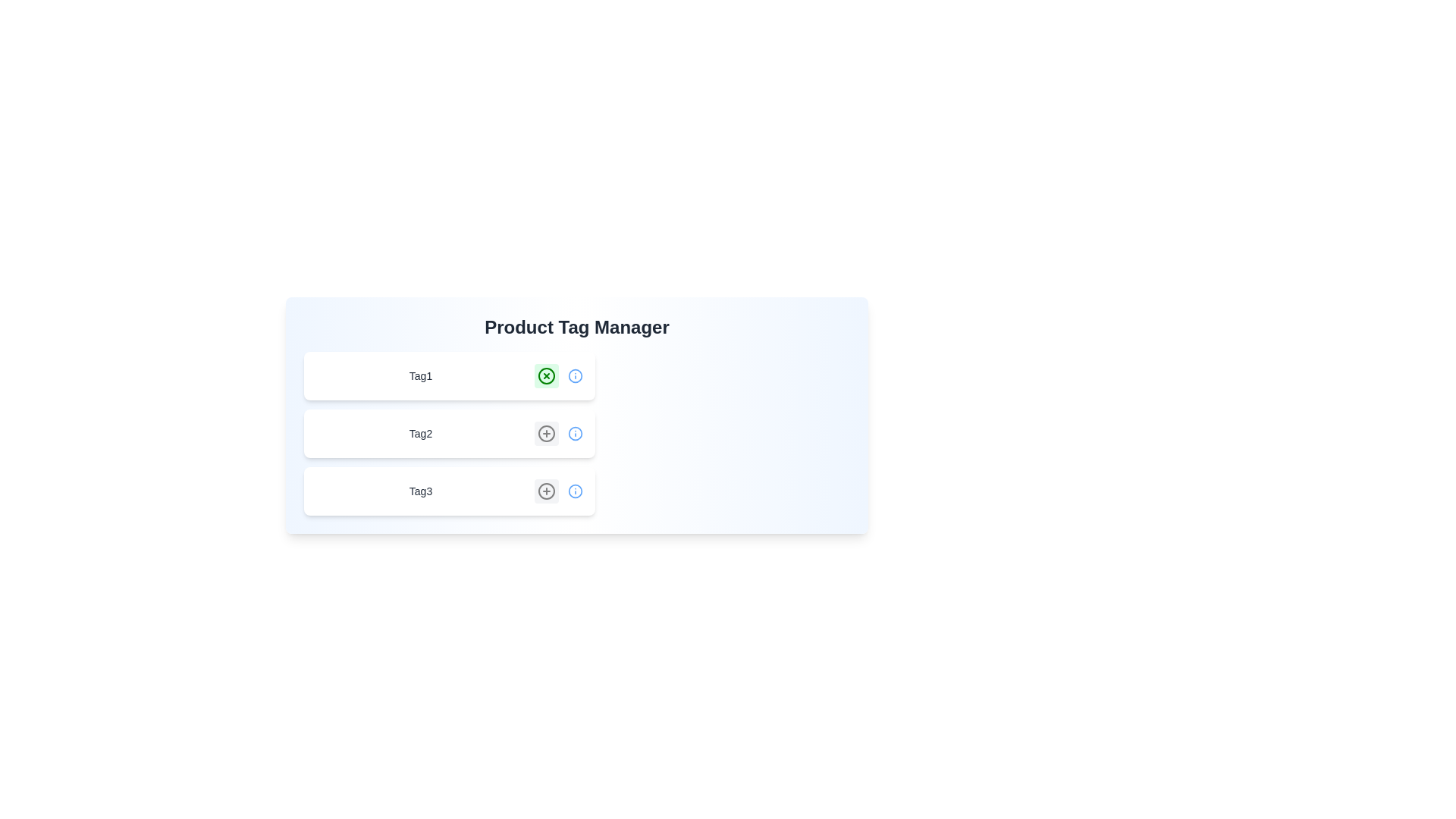 Image resolution: width=1456 pixels, height=819 pixels. What do you see at coordinates (574, 375) in the screenshot?
I see `the information icon for Tag1 to view its description` at bounding box center [574, 375].